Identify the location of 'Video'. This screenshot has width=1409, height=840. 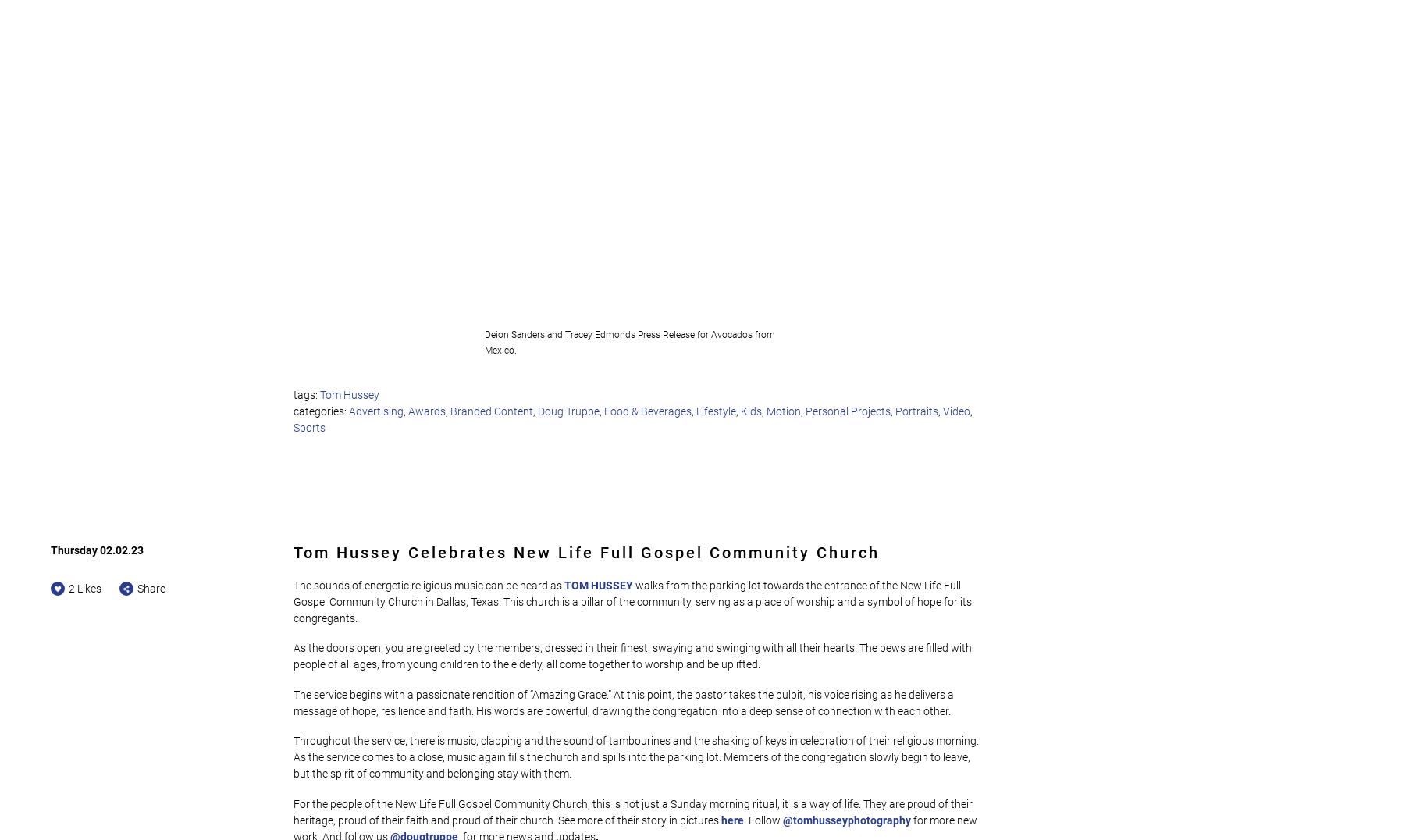
(956, 410).